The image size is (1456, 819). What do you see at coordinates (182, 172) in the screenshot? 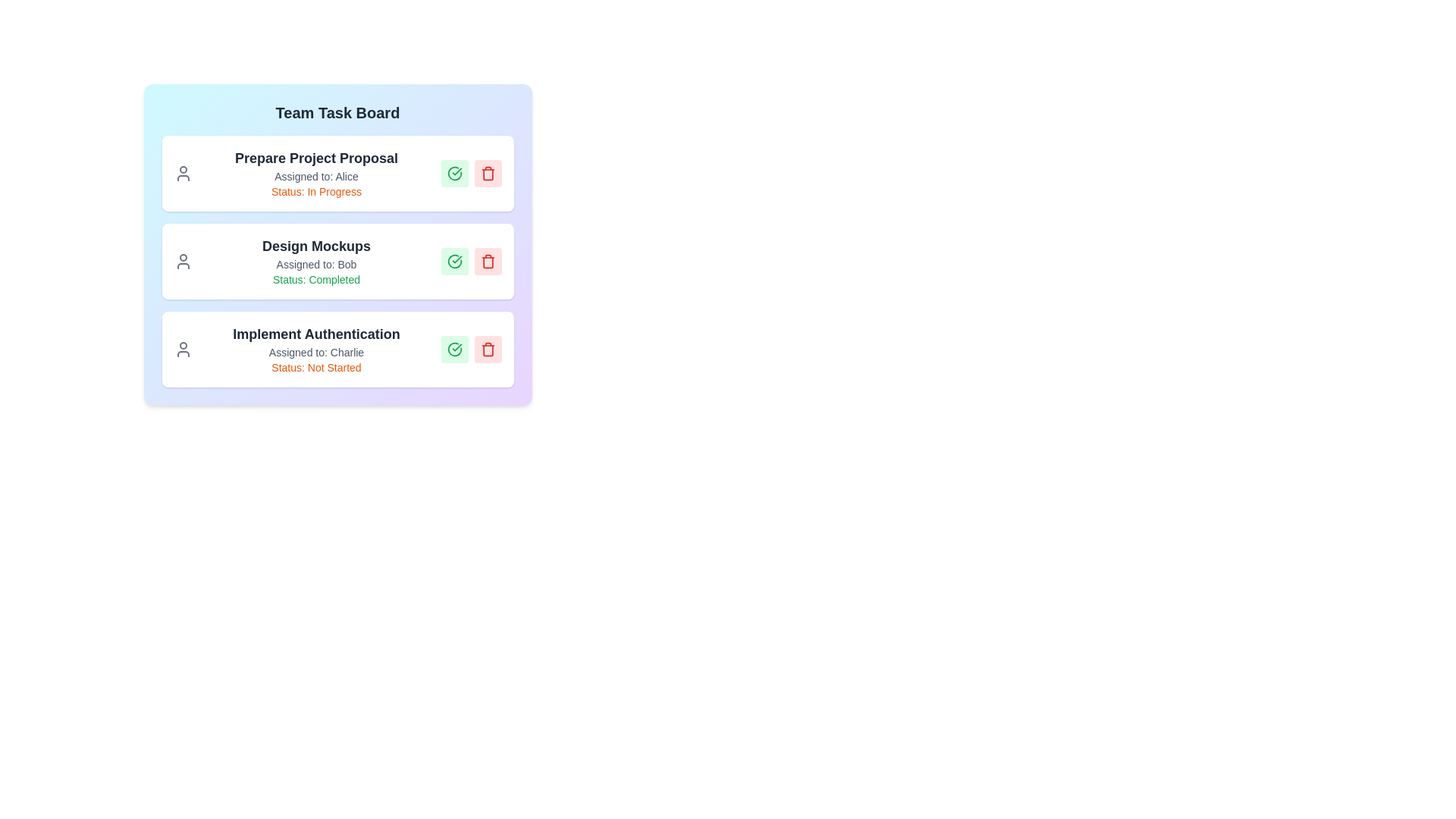
I see `the user icon next to the task titled 'Prepare Project Proposal'` at bounding box center [182, 172].